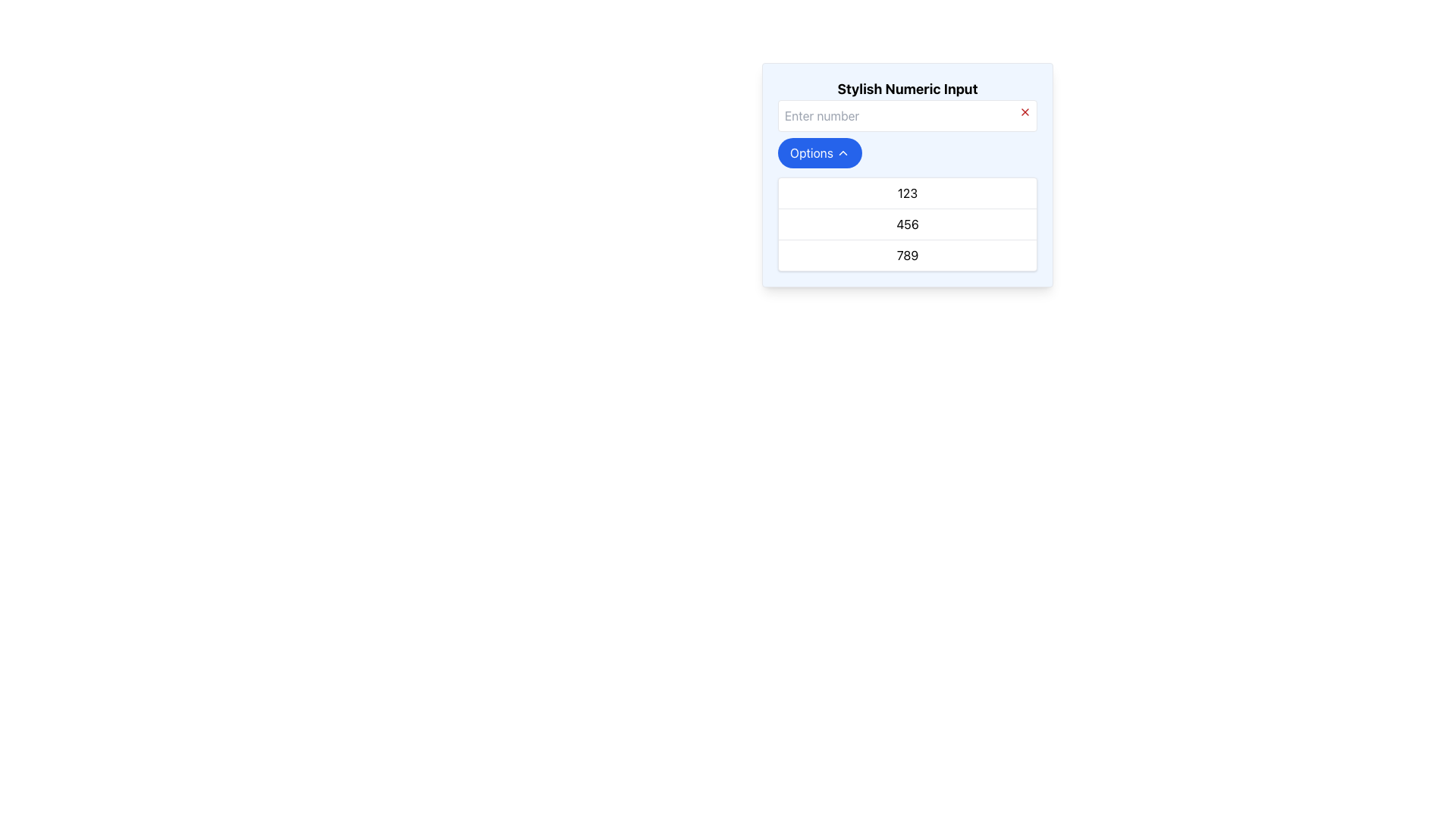 Image resolution: width=1456 pixels, height=819 pixels. I want to click on the triangular up arrow icon located next to the 'Options' button text, so click(842, 152).